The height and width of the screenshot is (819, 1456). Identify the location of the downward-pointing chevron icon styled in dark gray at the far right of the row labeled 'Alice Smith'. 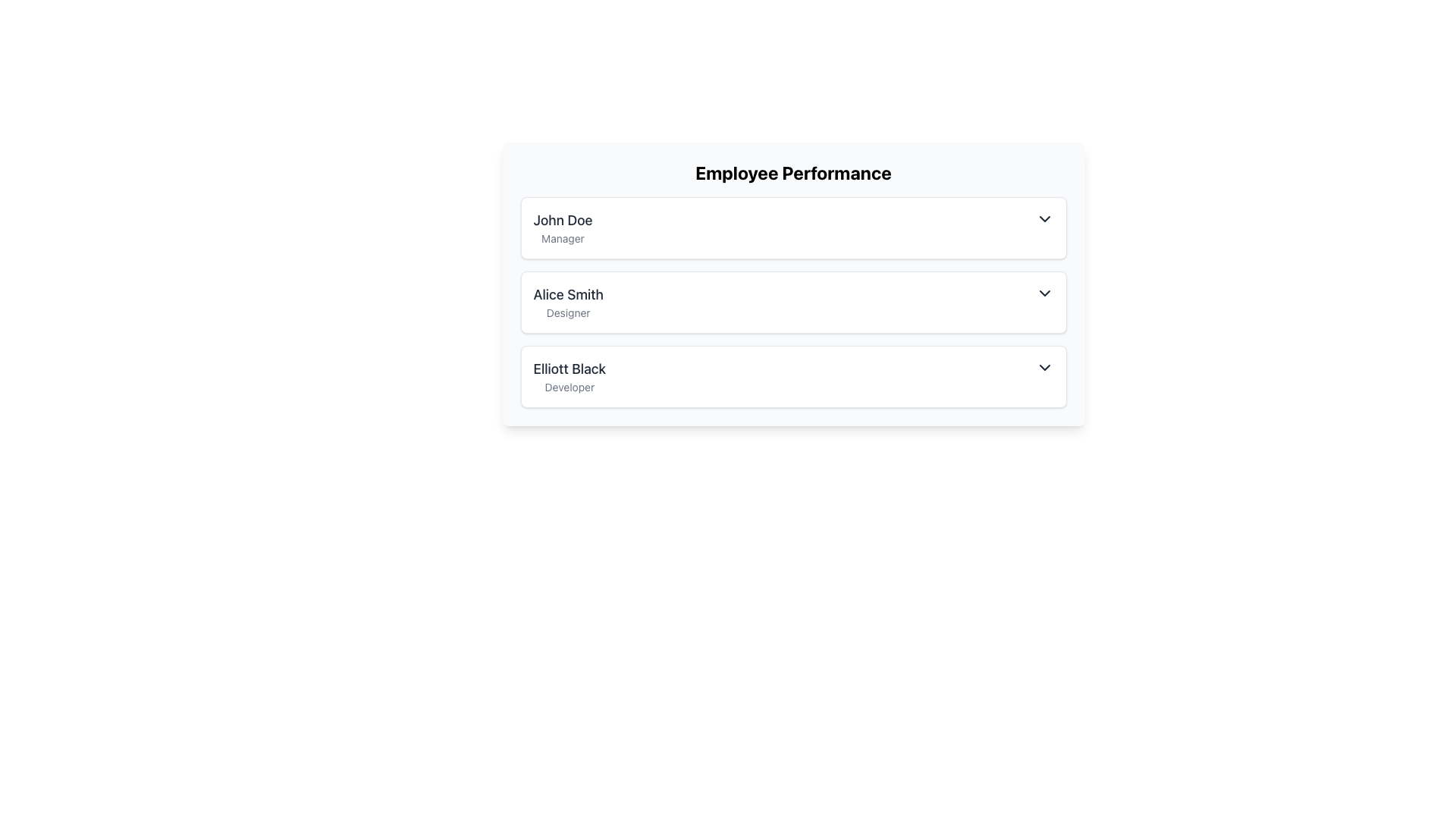
(1043, 293).